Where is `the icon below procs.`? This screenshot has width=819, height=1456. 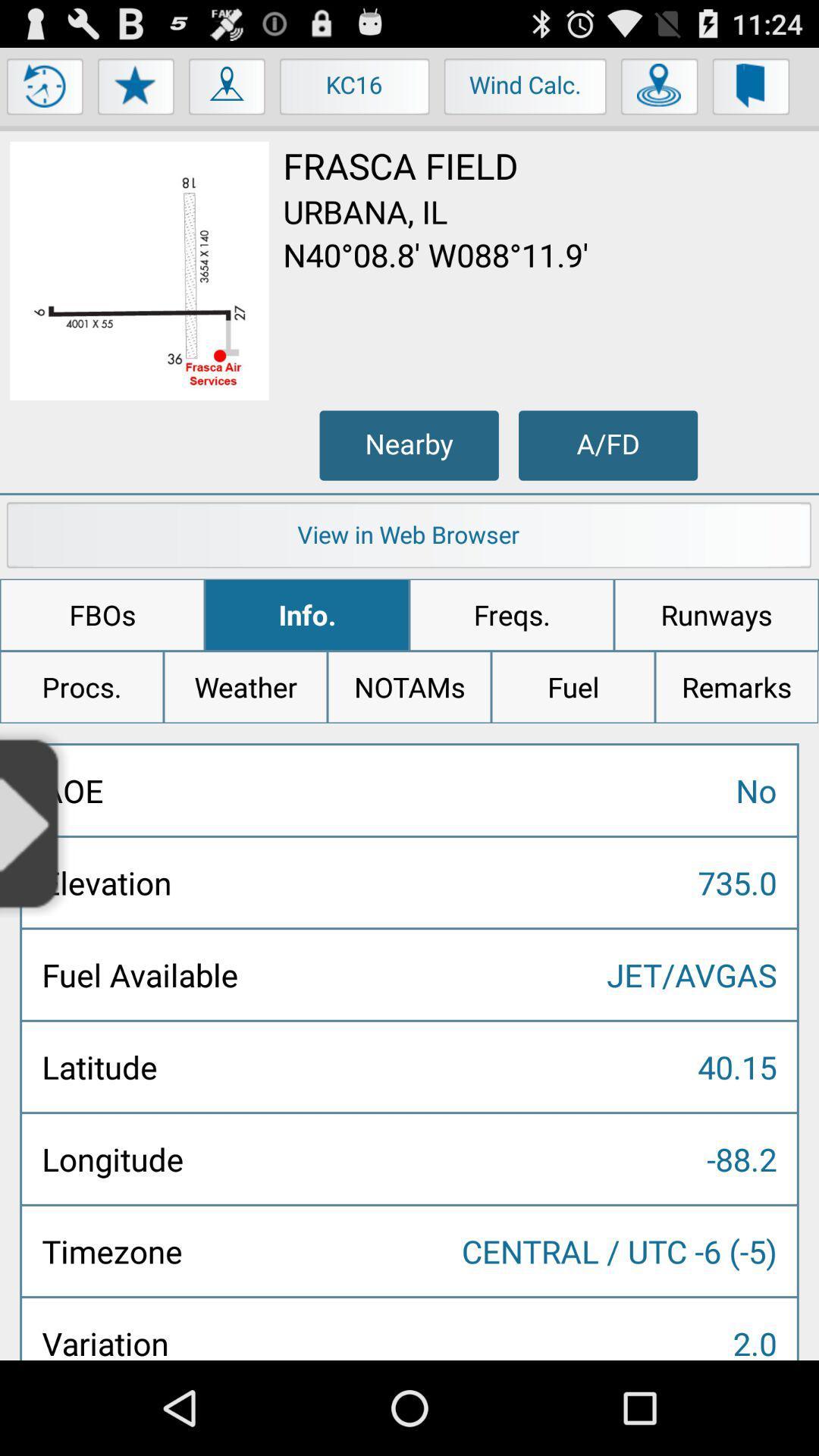
the icon below procs. is located at coordinates (36, 821).